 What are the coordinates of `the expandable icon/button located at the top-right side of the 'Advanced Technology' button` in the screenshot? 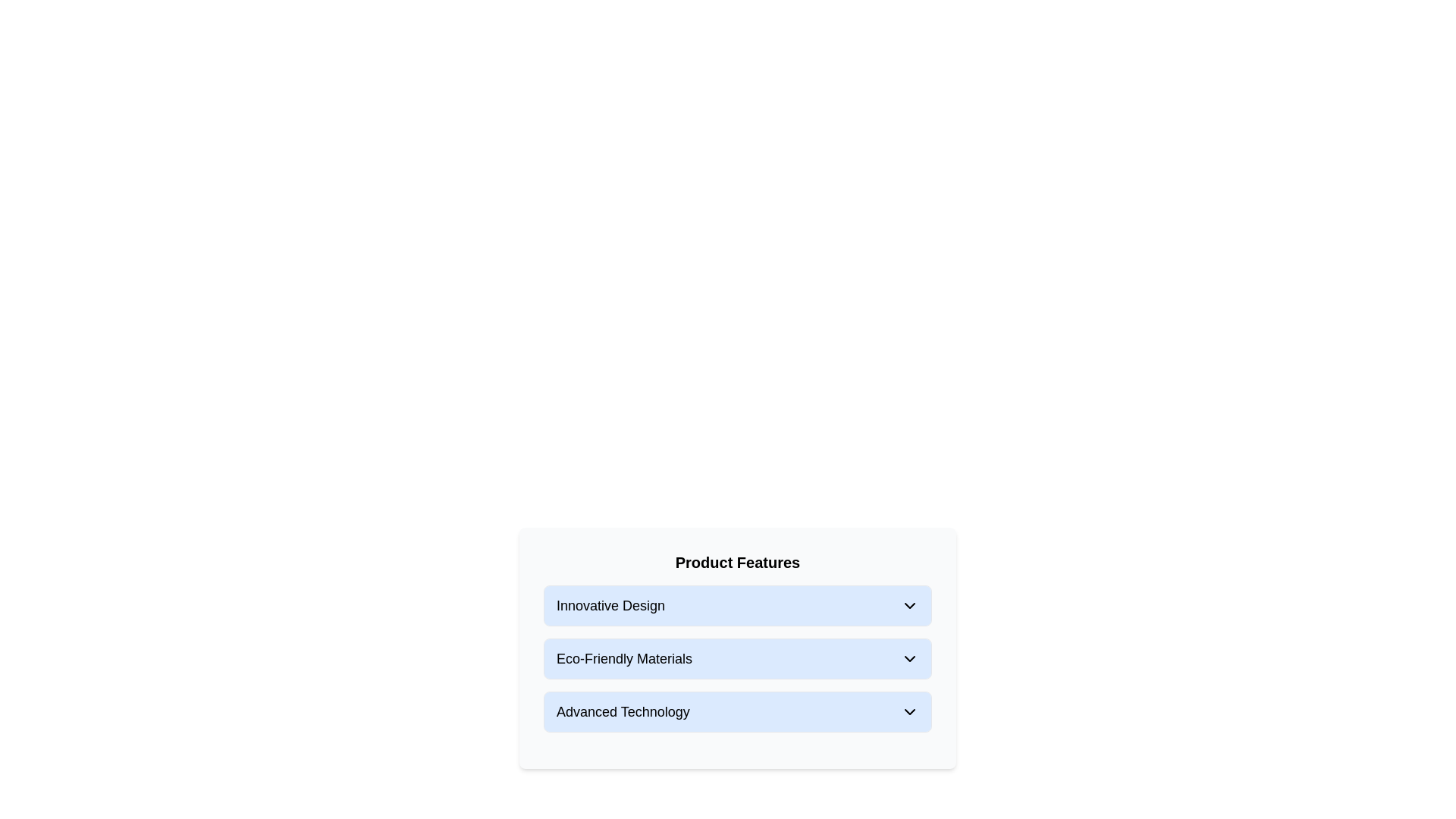 It's located at (910, 711).